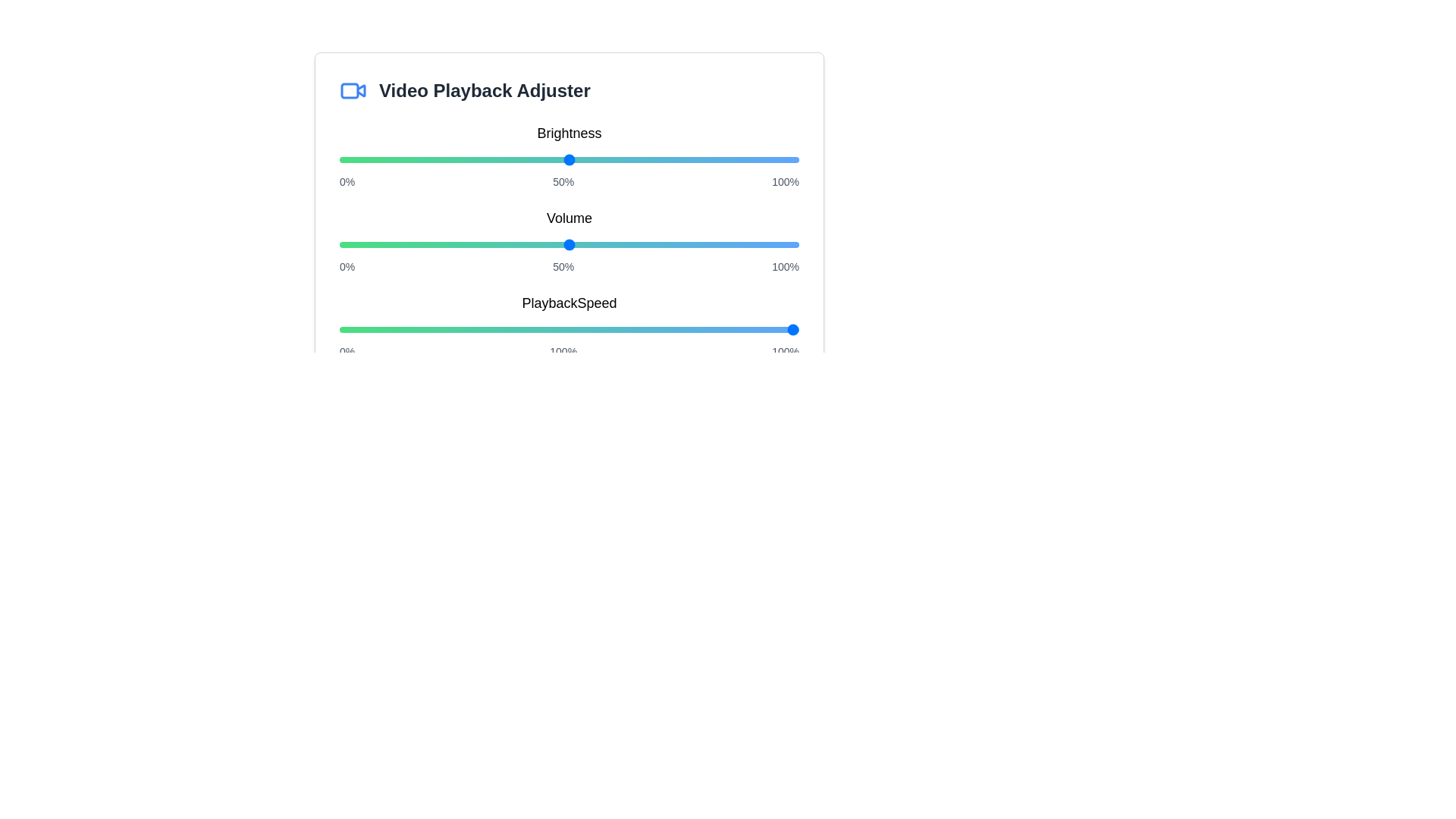 The height and width of the screenshot is (819, 1456). I want to click on the brightness slider to 75%, so click(683, 160).